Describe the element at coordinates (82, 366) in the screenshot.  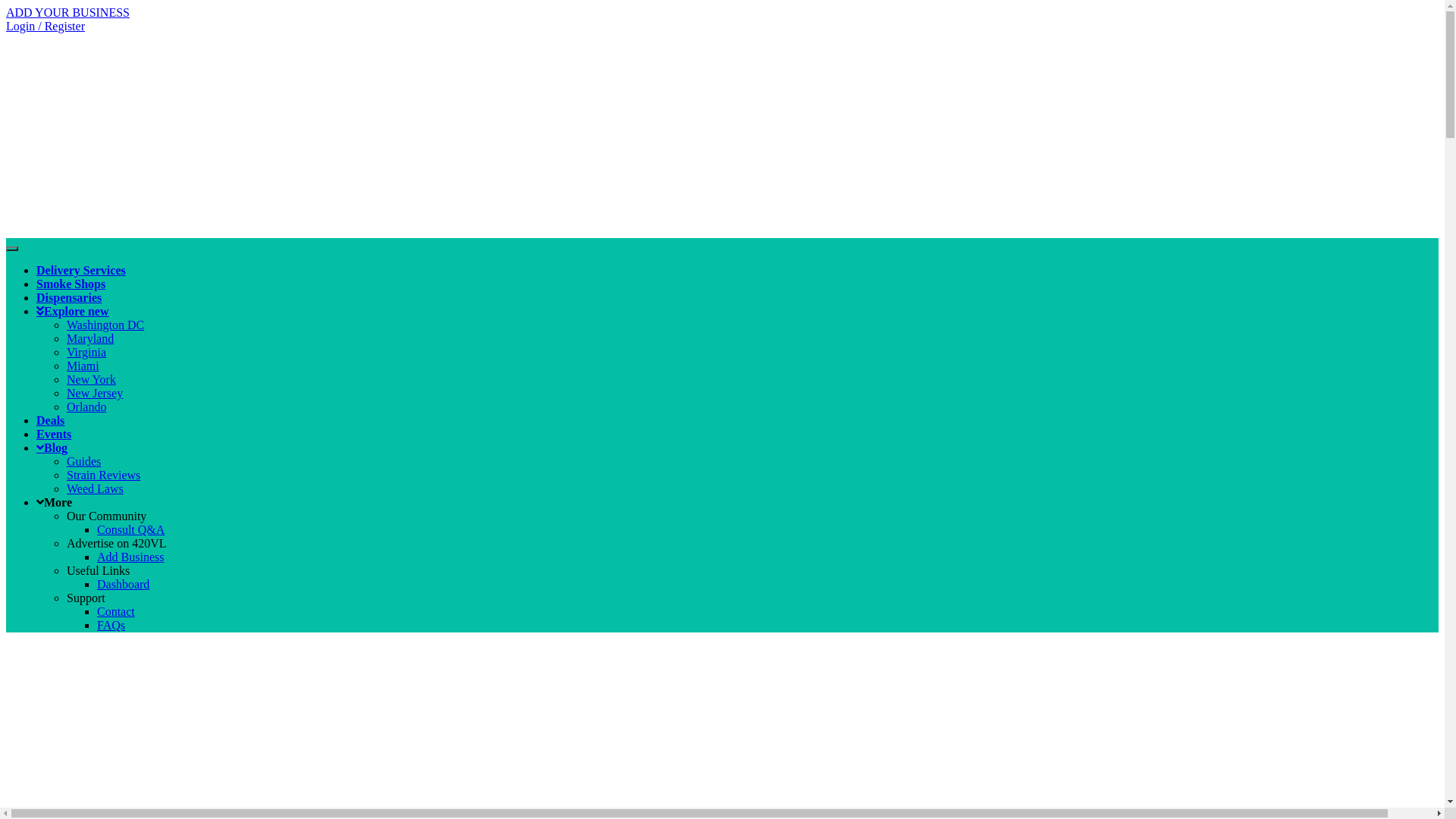
I see `'Miami'` at that location.